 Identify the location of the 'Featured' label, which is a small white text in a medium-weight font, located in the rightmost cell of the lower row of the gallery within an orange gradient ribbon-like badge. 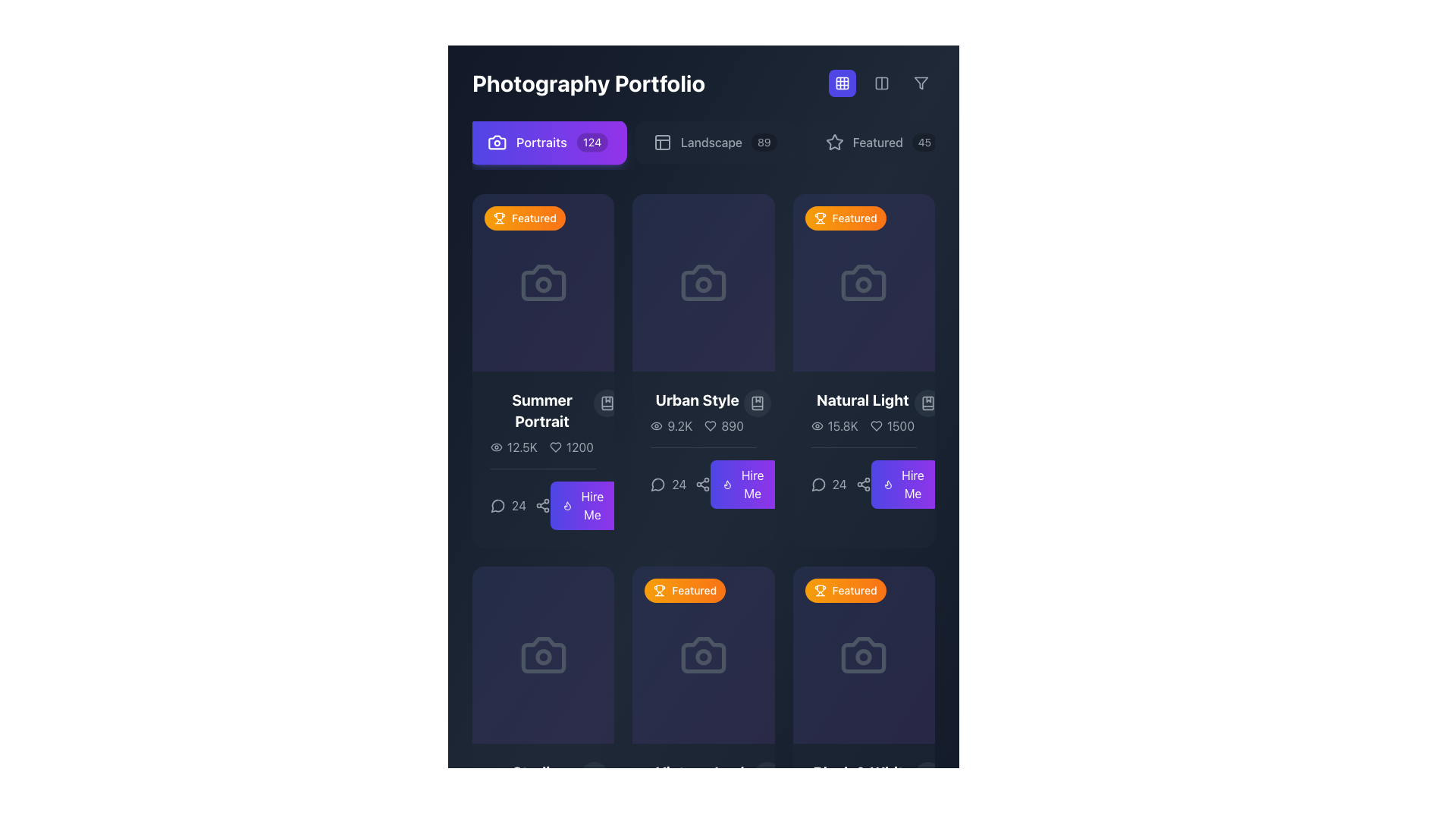
(855, 590).